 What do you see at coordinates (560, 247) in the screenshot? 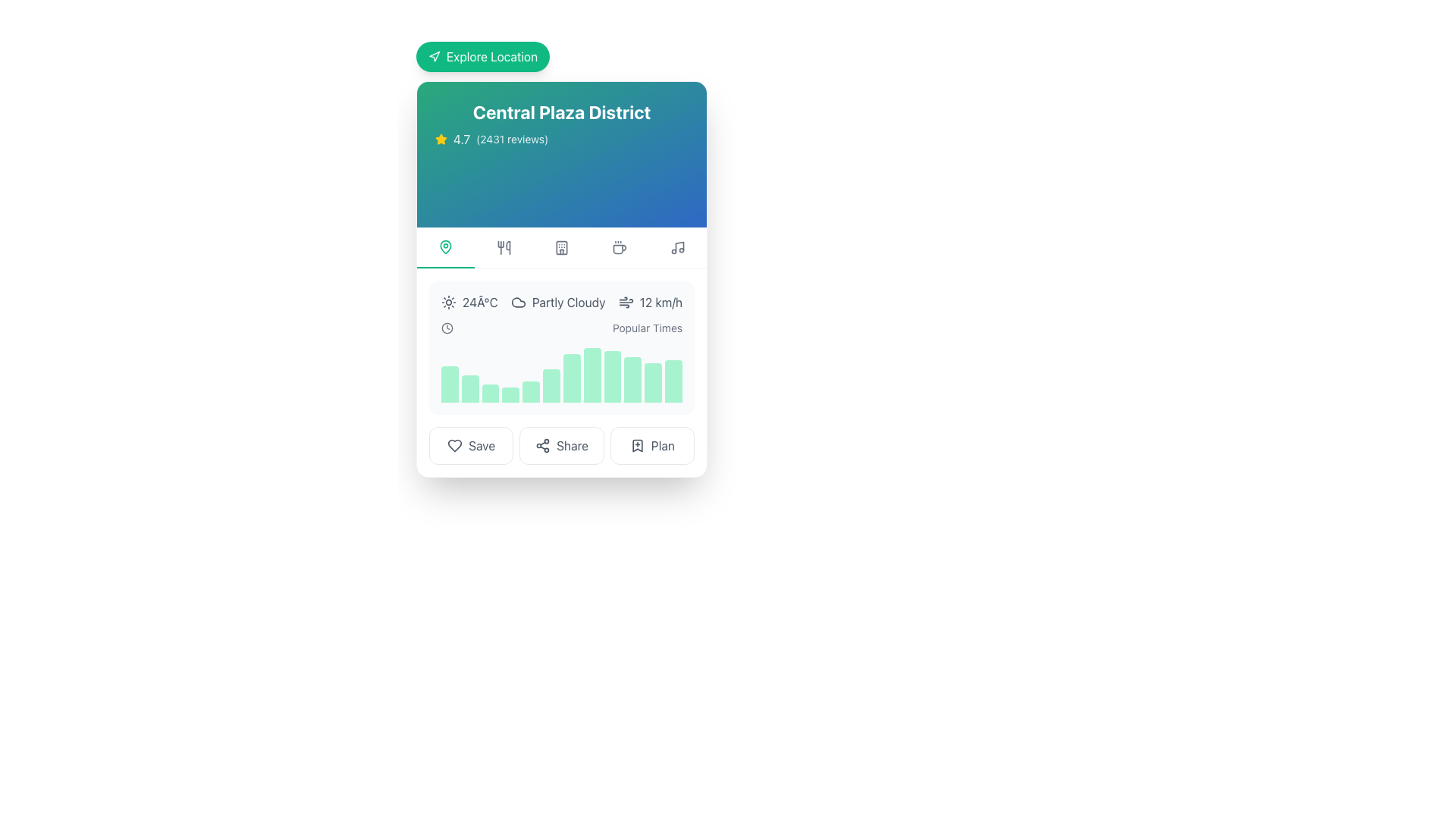
I see `the third icon from the left, located just below the 'Central Plaza District' title and rating section` at bounding box center [560, 247].